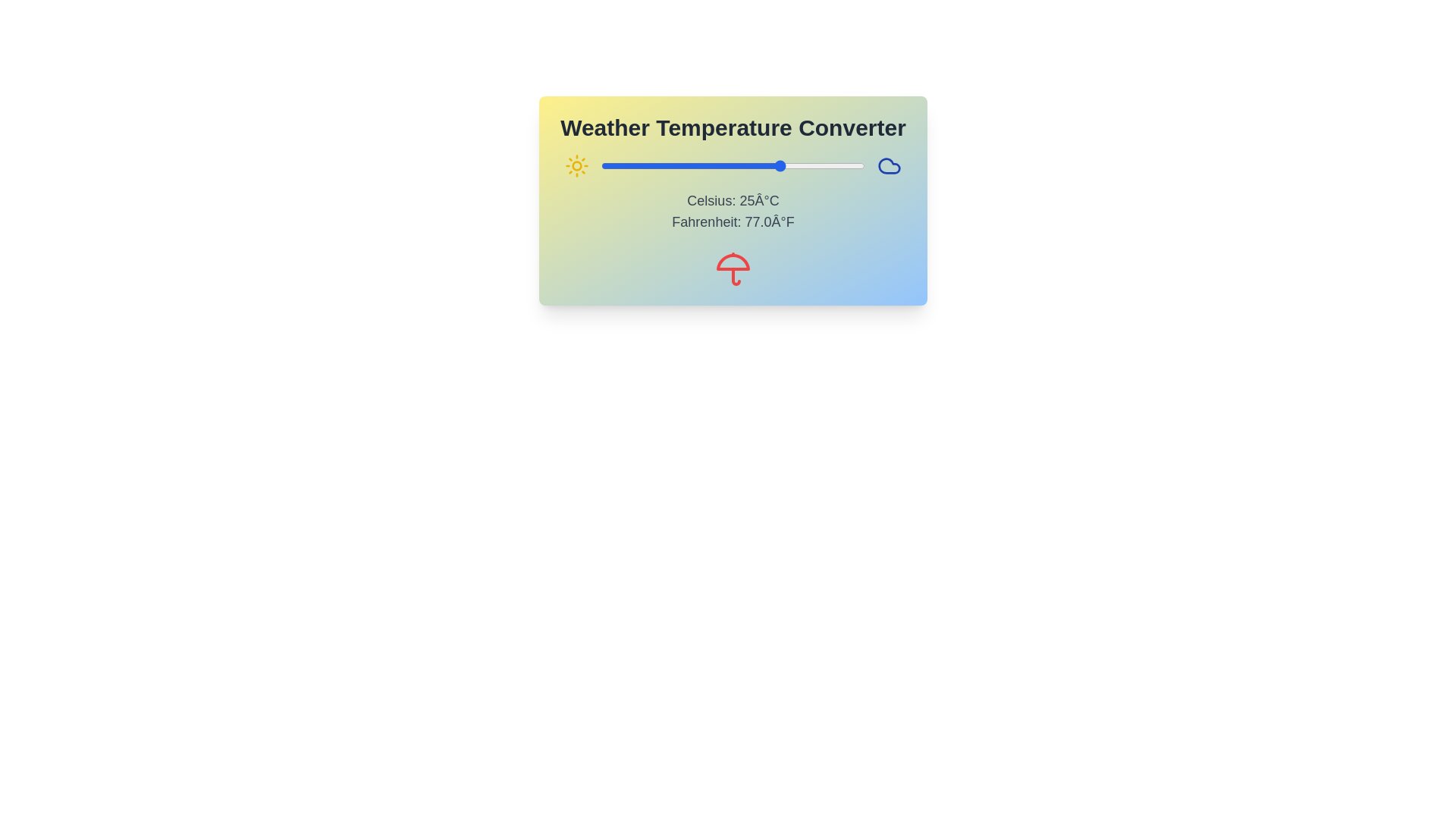 The height and width of the screenshot is (819, 1456). What do you see at coordinates (766, 166) in the screenshot?
I see `the temperature to 20°C using the slider` at bounding box center [766, 166].